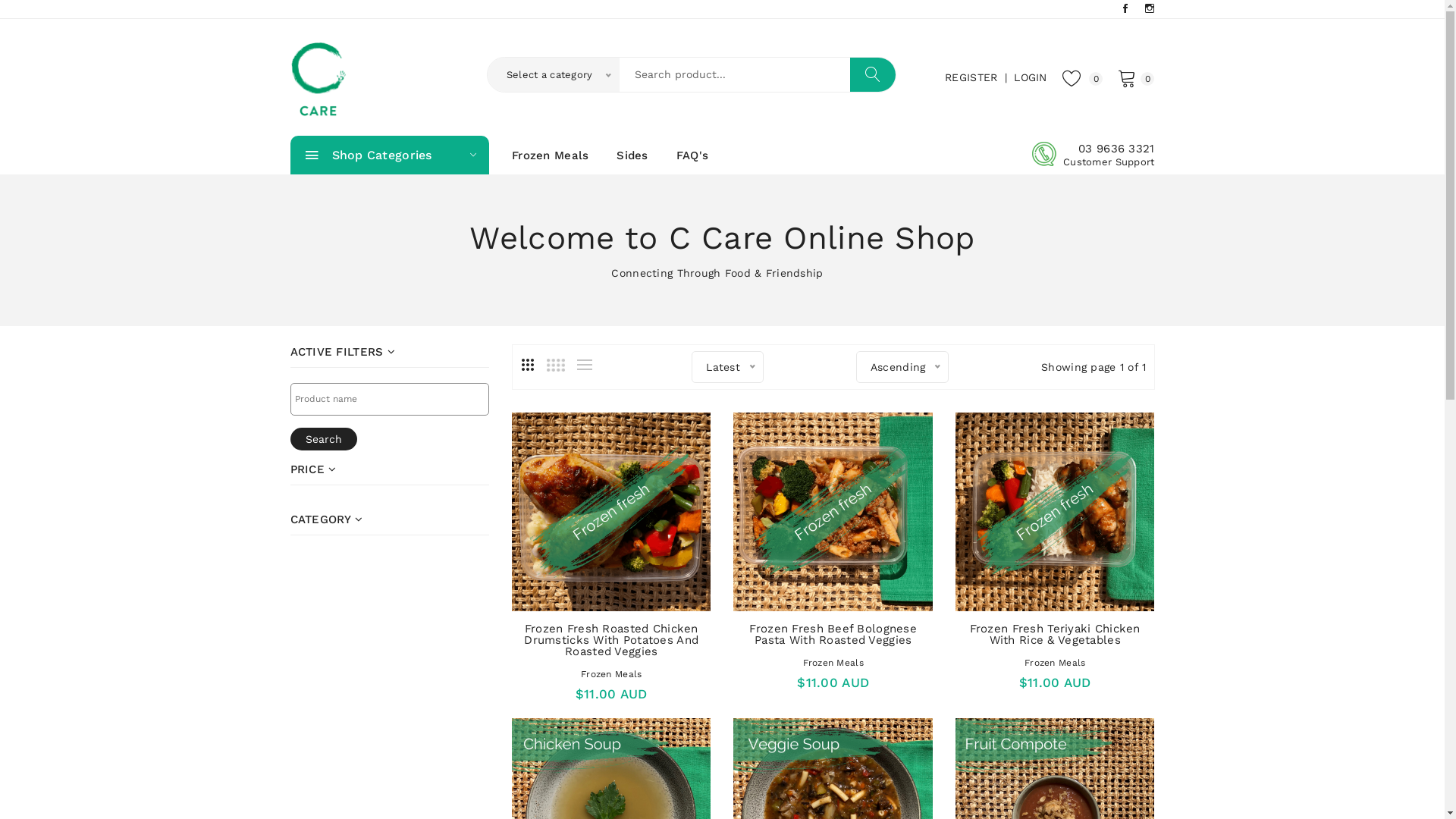  Describe the element at coordinates (691, 155) in the screenshot. I see `'FAQ'S'` at that location.